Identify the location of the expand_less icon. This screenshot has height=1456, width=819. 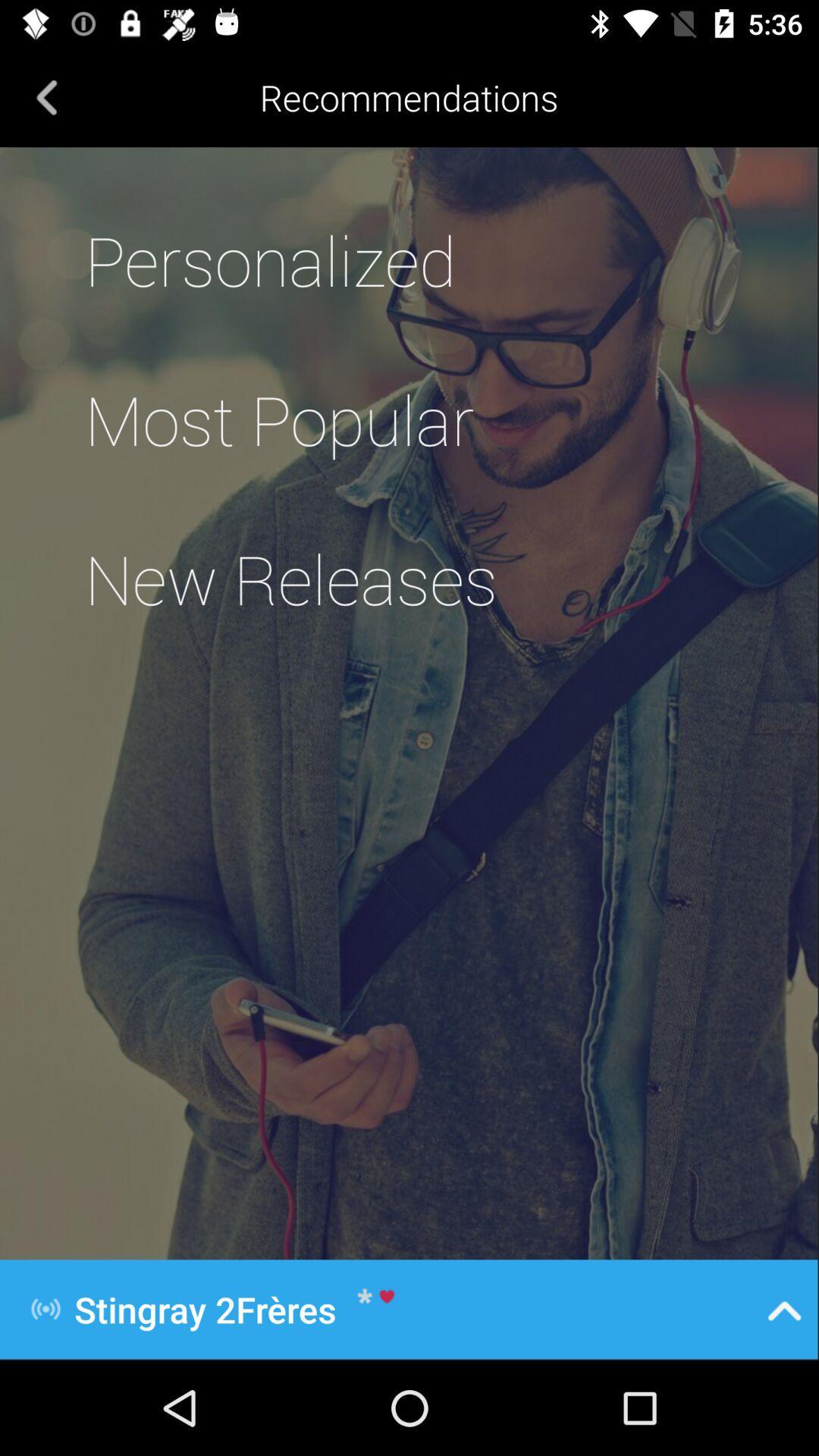
(784, 1308).